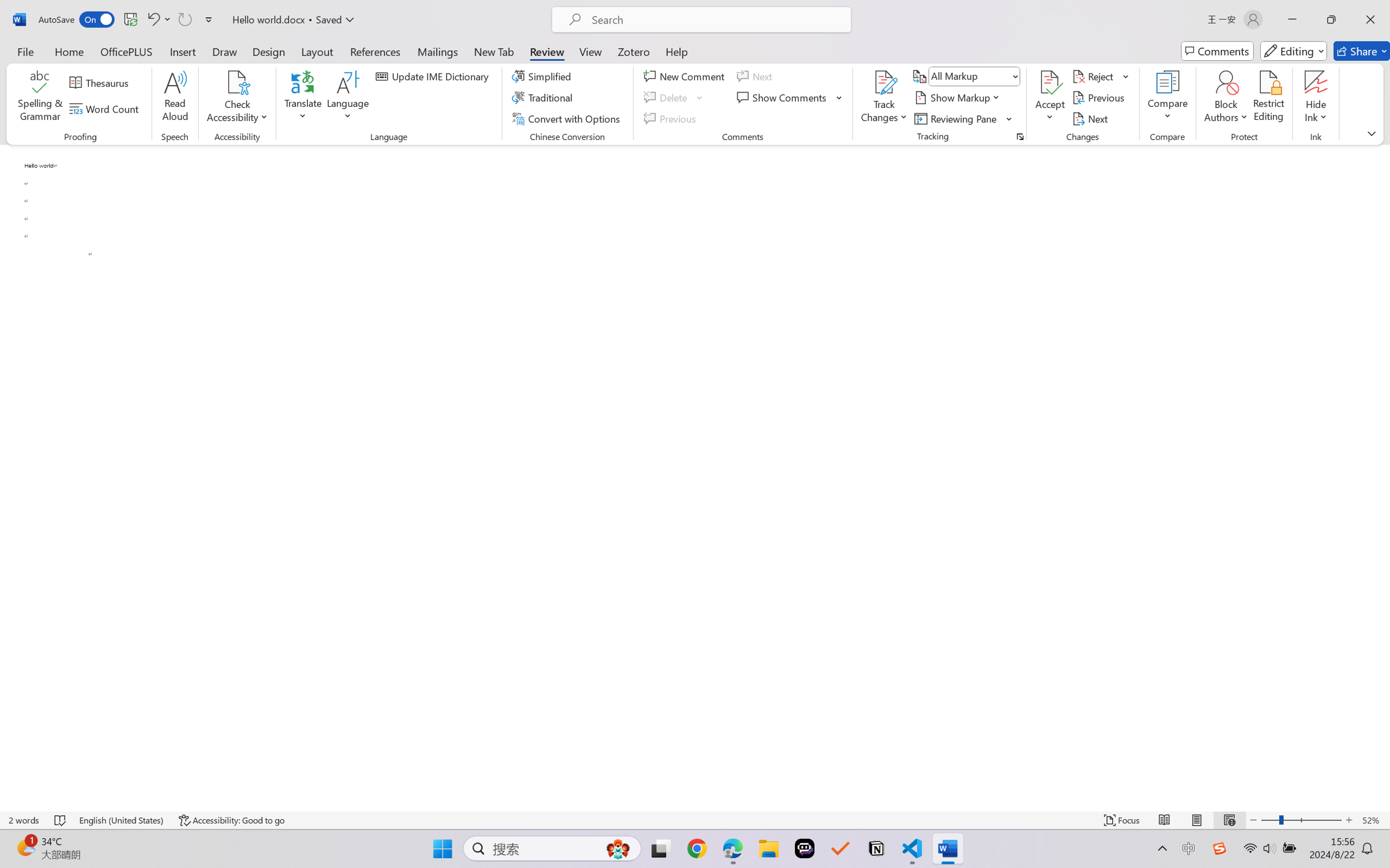 The width and height of the screenshot is (1390, 868). What do you see at coordinates (667, 98) in the screenshot?
I see `'Delete'` at bounding box center [667, 98].